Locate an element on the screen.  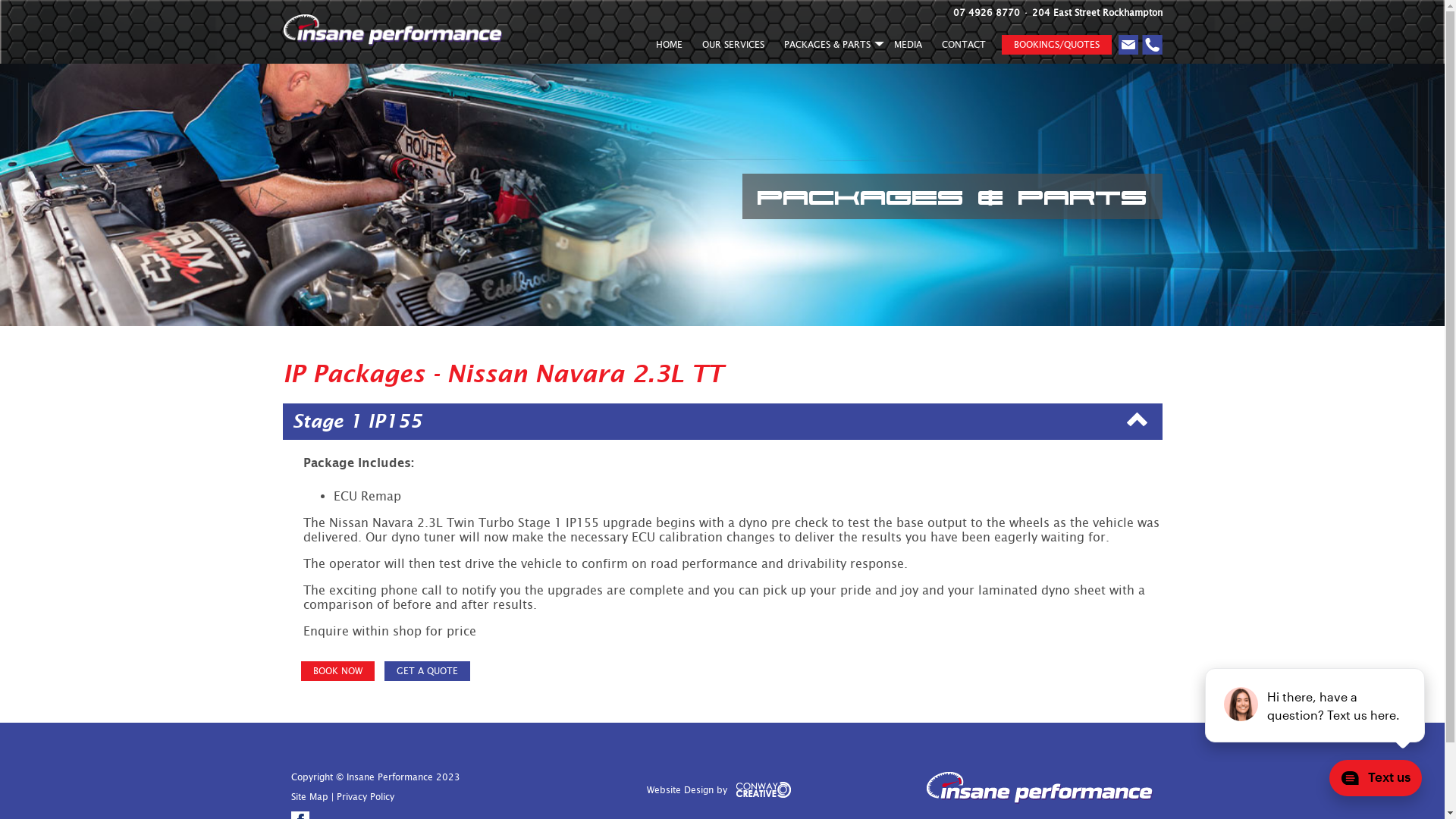
'HOME' is located at coordinates (668, 46).